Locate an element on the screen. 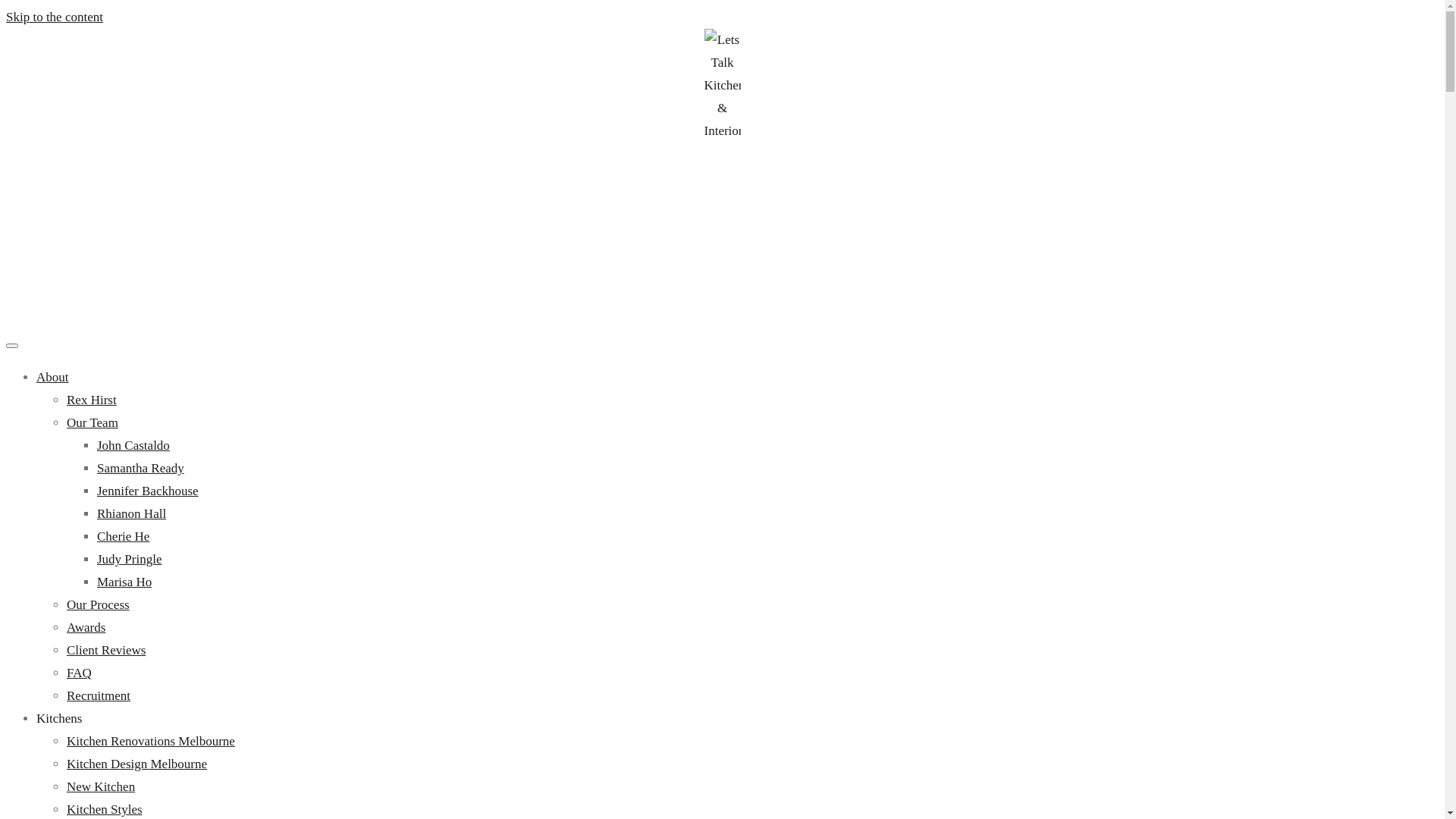 The width and height of the screenshot is (1456, 819). 'Kitchen Design Melbourne' is located at coordinates (136, 764).